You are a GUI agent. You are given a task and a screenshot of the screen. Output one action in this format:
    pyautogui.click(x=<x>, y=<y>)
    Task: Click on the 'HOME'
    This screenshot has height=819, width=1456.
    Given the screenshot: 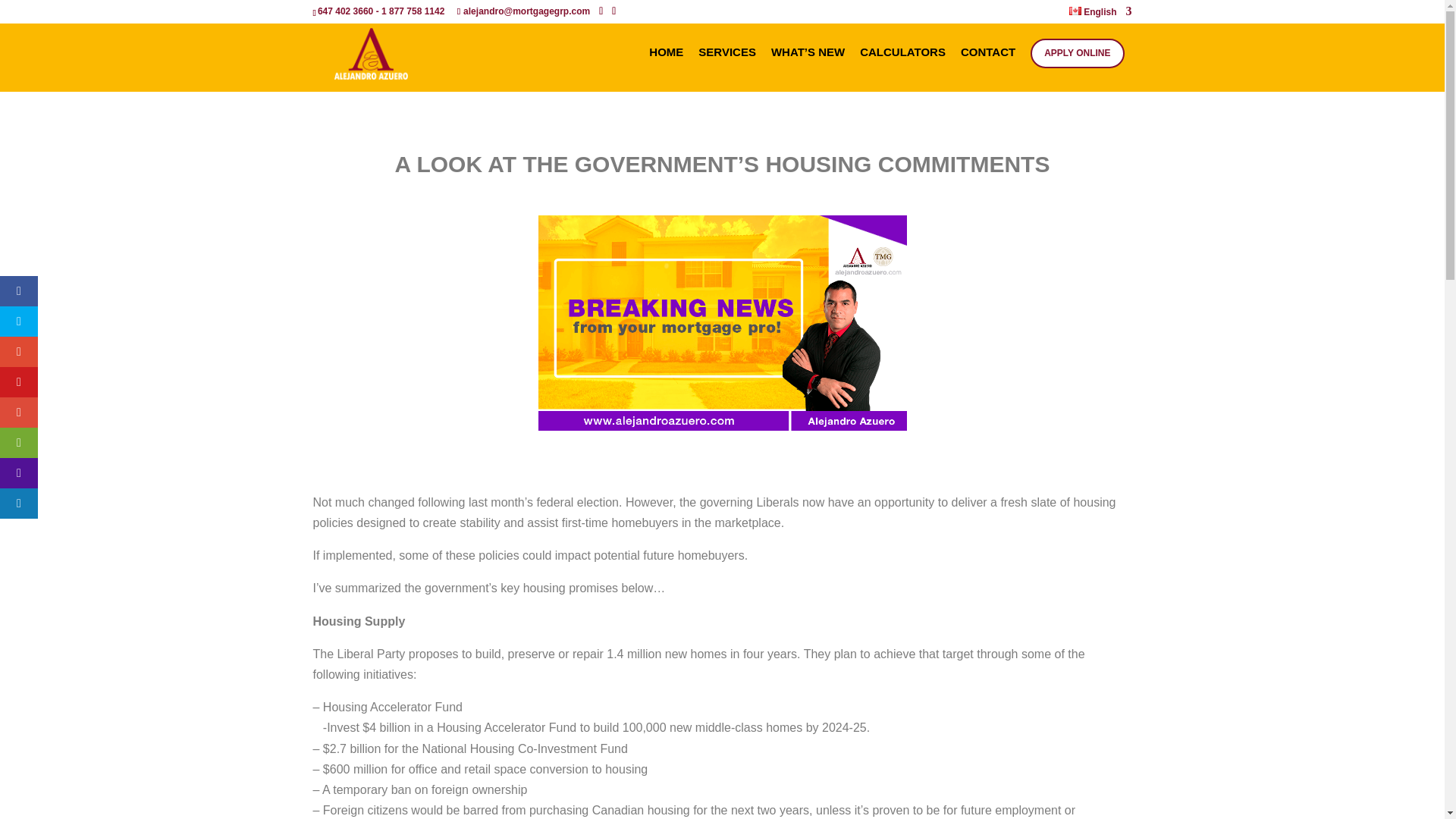 What is the action you would take?
    pyautogui.click(x=666, y=69)
    